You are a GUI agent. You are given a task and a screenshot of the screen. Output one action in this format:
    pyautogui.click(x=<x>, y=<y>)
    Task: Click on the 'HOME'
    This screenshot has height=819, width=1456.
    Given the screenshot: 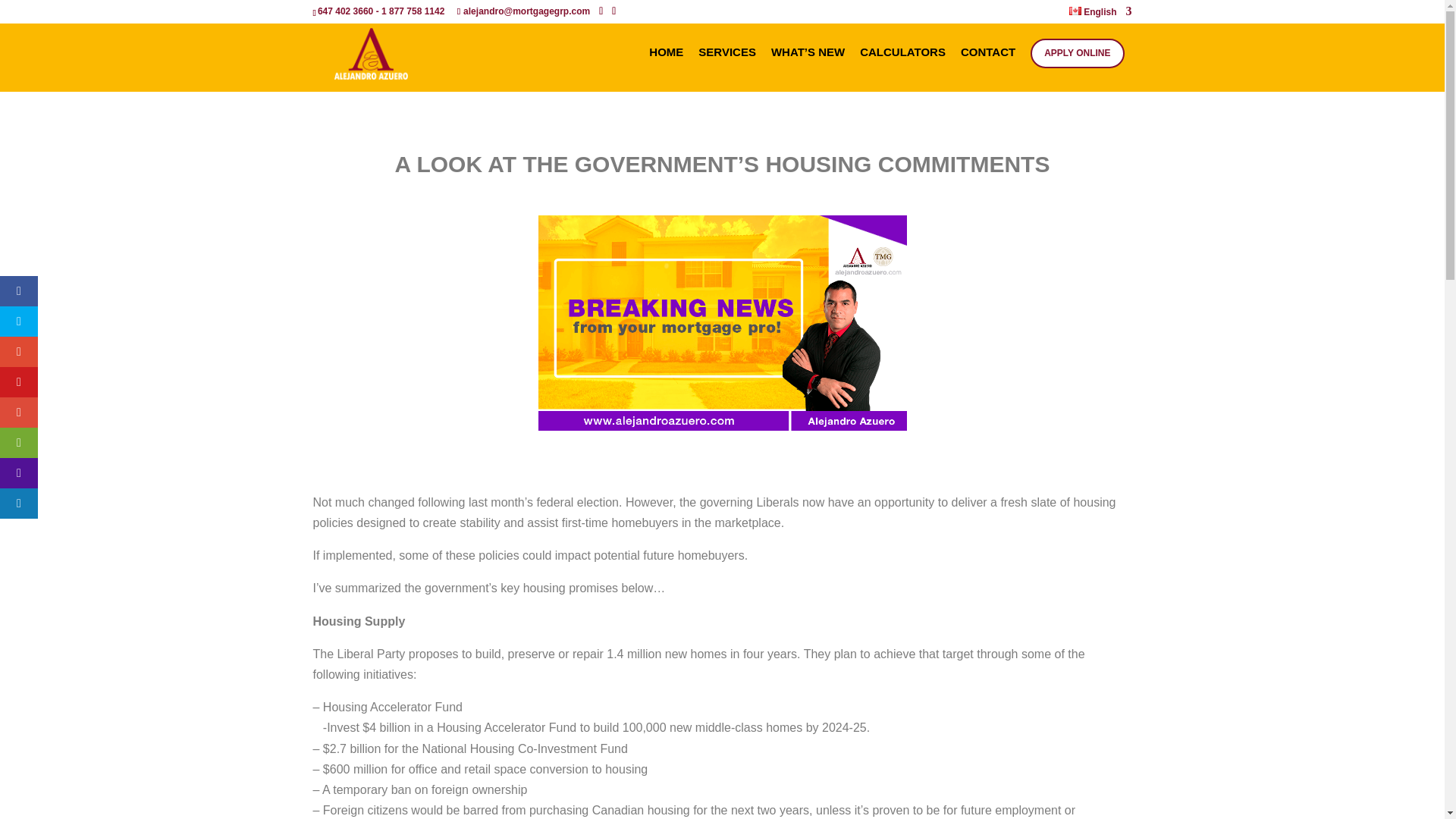 What is the action you would take?
    pyautogui.click(x=666, y=69)
    